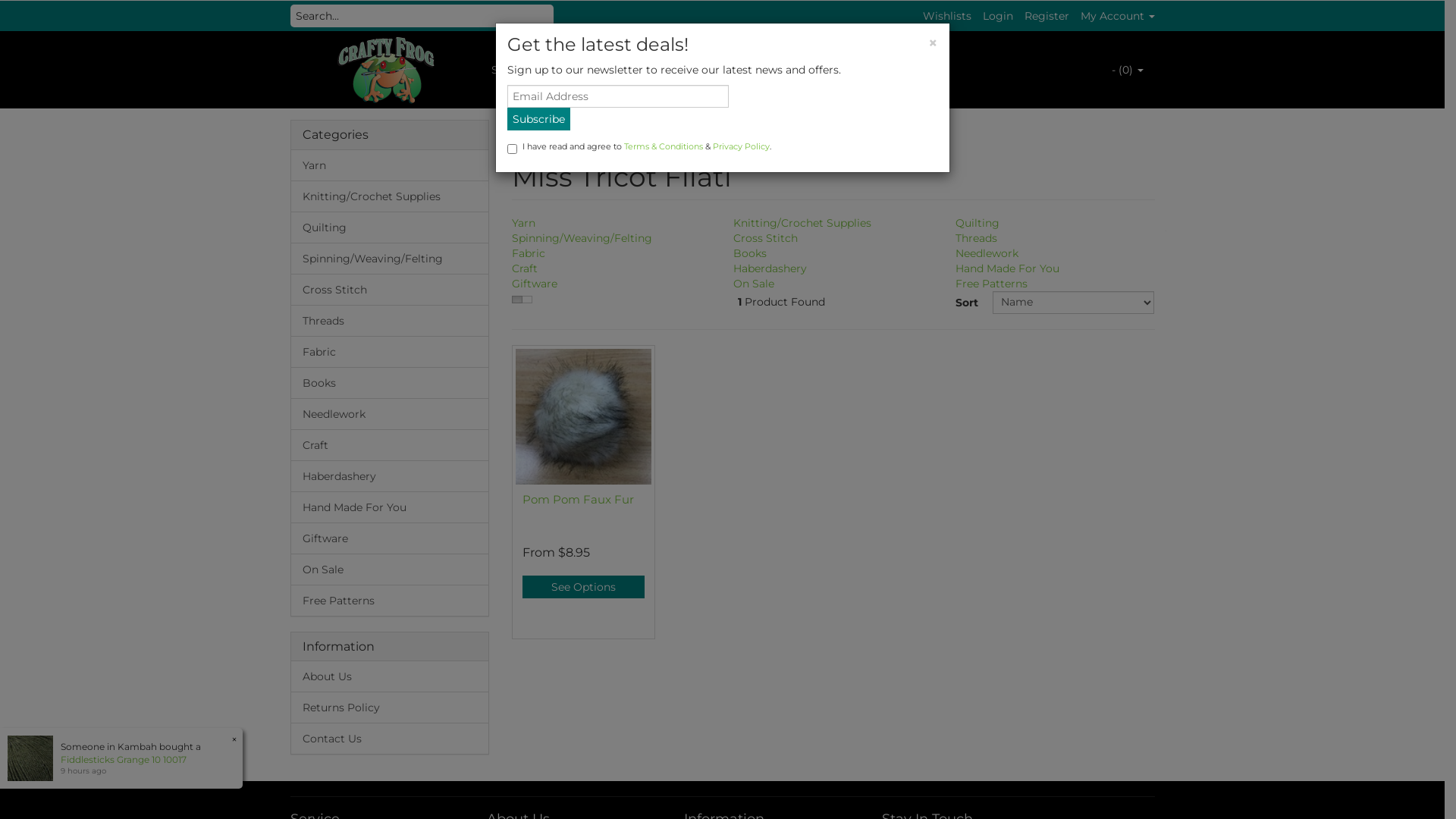 The image size is (1456, 819). What do you see at coordinates (528, 253) in the screenshot?
I see `'Fabric'` at bounding box center [528, 253].